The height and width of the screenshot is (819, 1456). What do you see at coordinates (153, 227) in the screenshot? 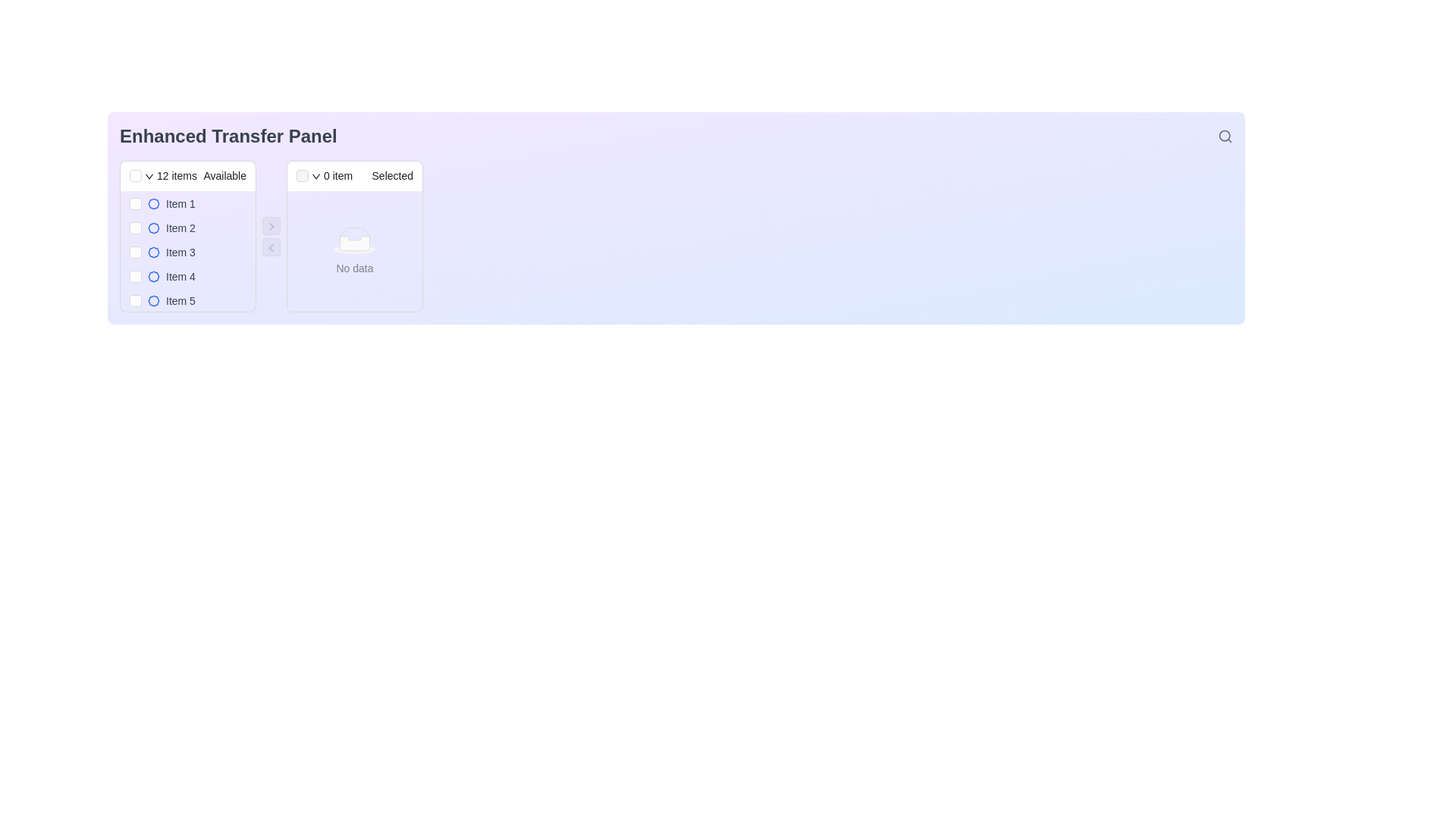
I see `the icon positioned` at bounding box center [153, 227].